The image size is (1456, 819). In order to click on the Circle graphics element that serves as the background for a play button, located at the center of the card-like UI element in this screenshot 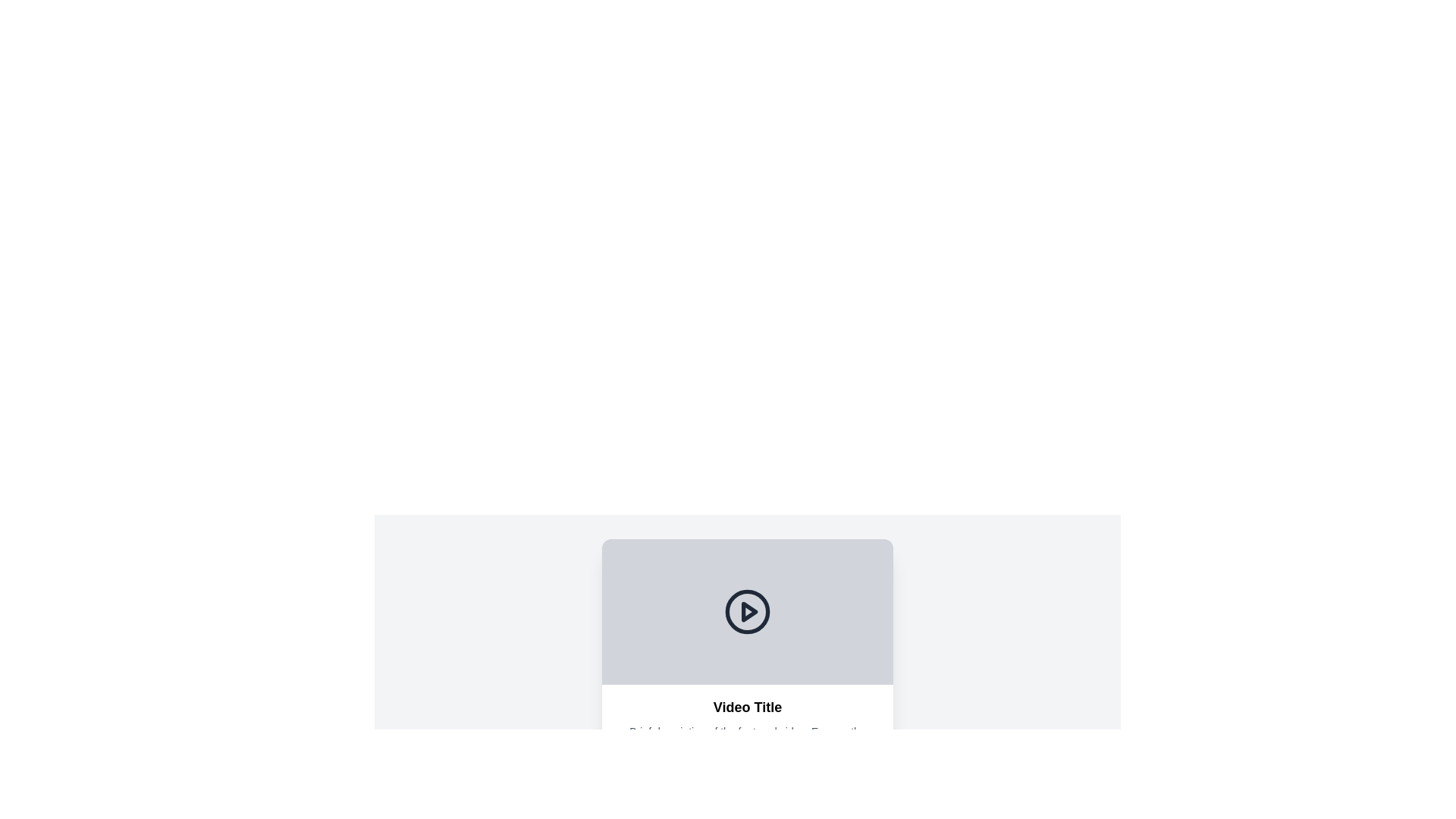, I will do `click(747, 610)`.